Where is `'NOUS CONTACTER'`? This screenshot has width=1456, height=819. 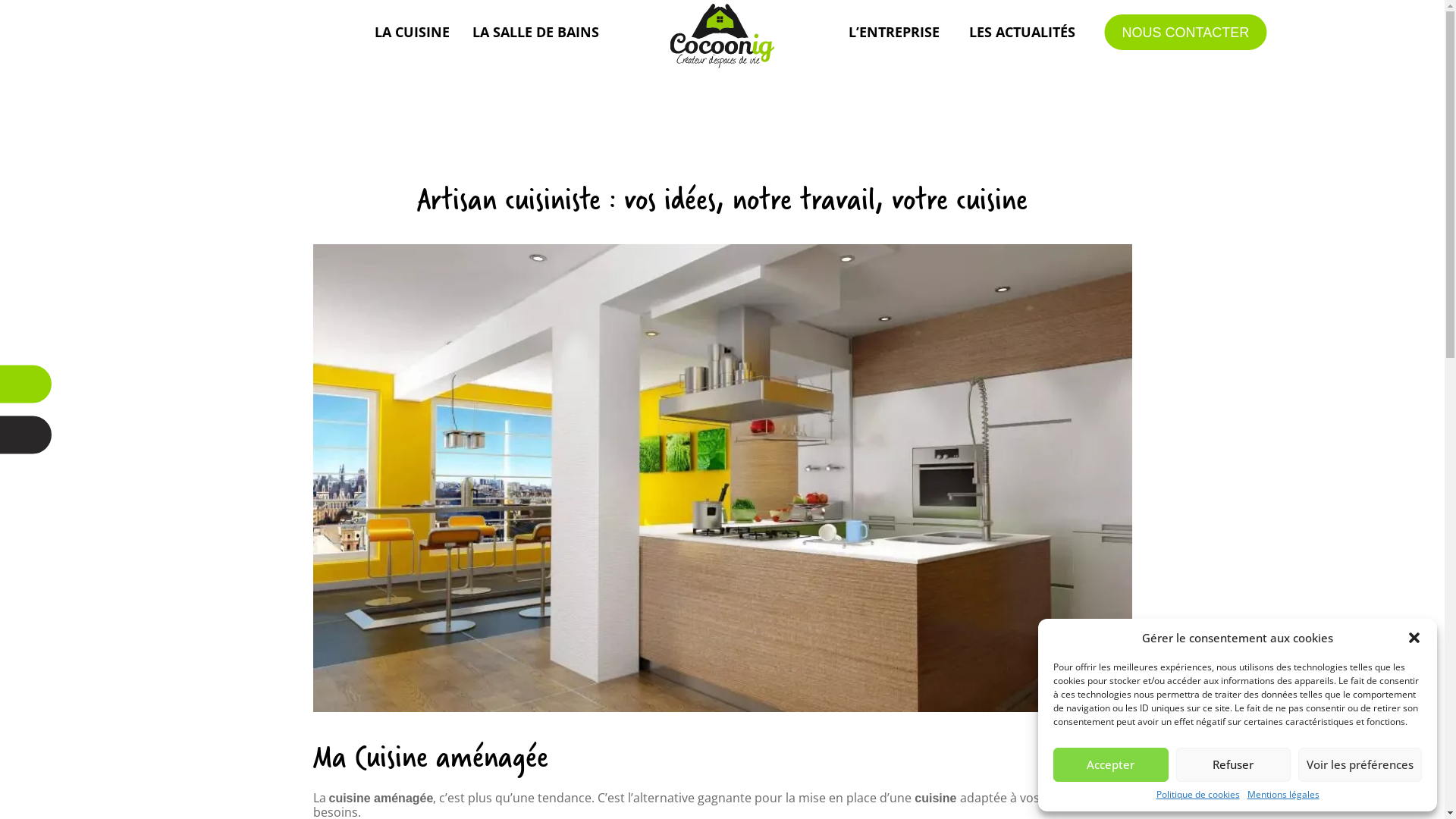
'NOUS CONTACTER' is located at coordinates (1185, 32).